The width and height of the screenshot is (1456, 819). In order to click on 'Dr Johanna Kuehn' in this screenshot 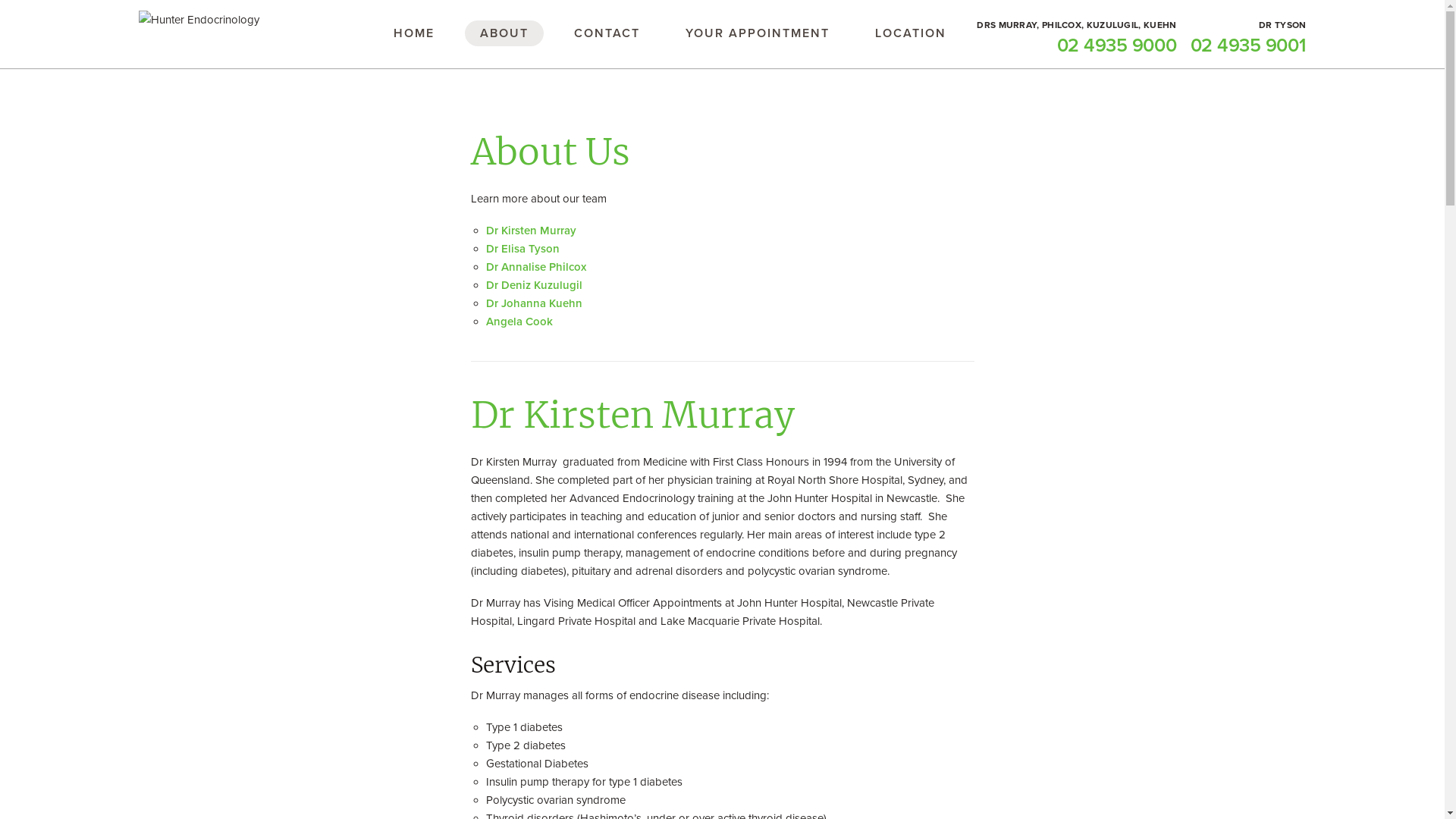, I will do `click(533, 303)`.